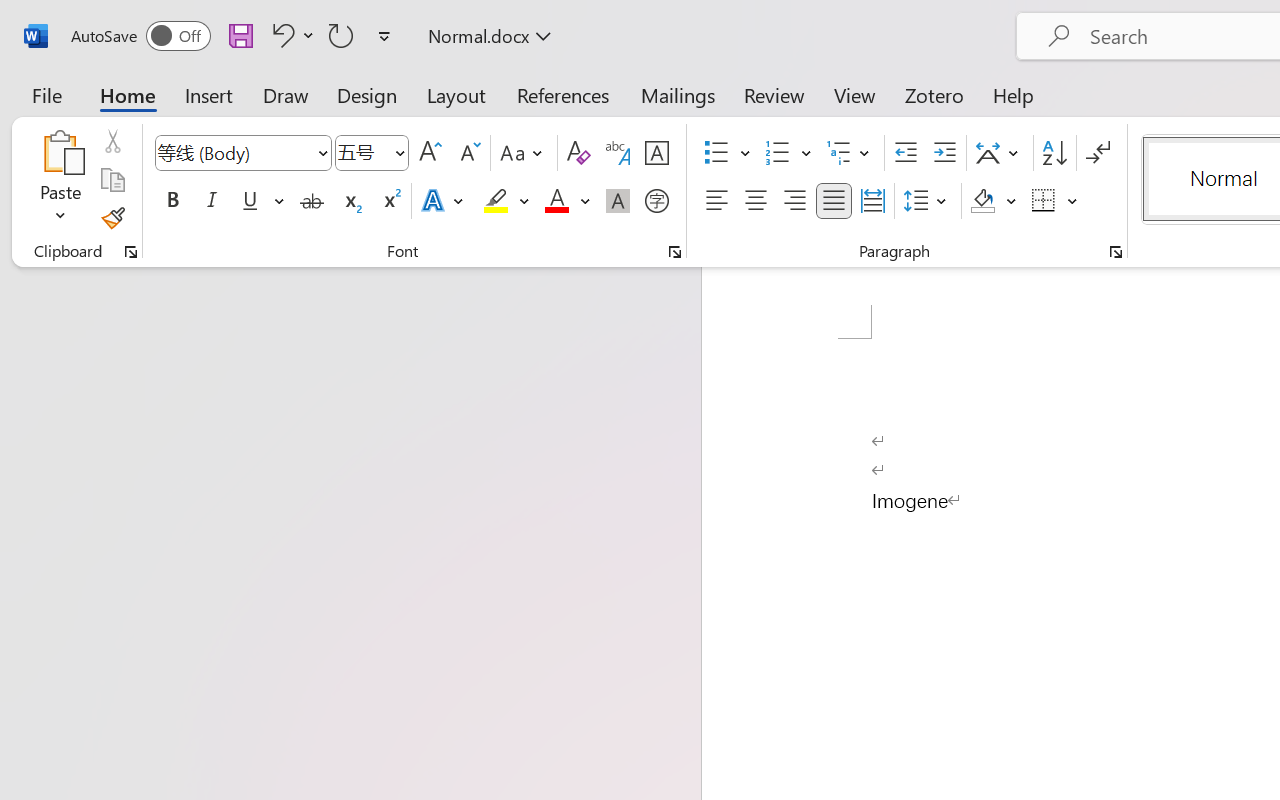  I want to click on 'Multilevel List', so click(850, 153).